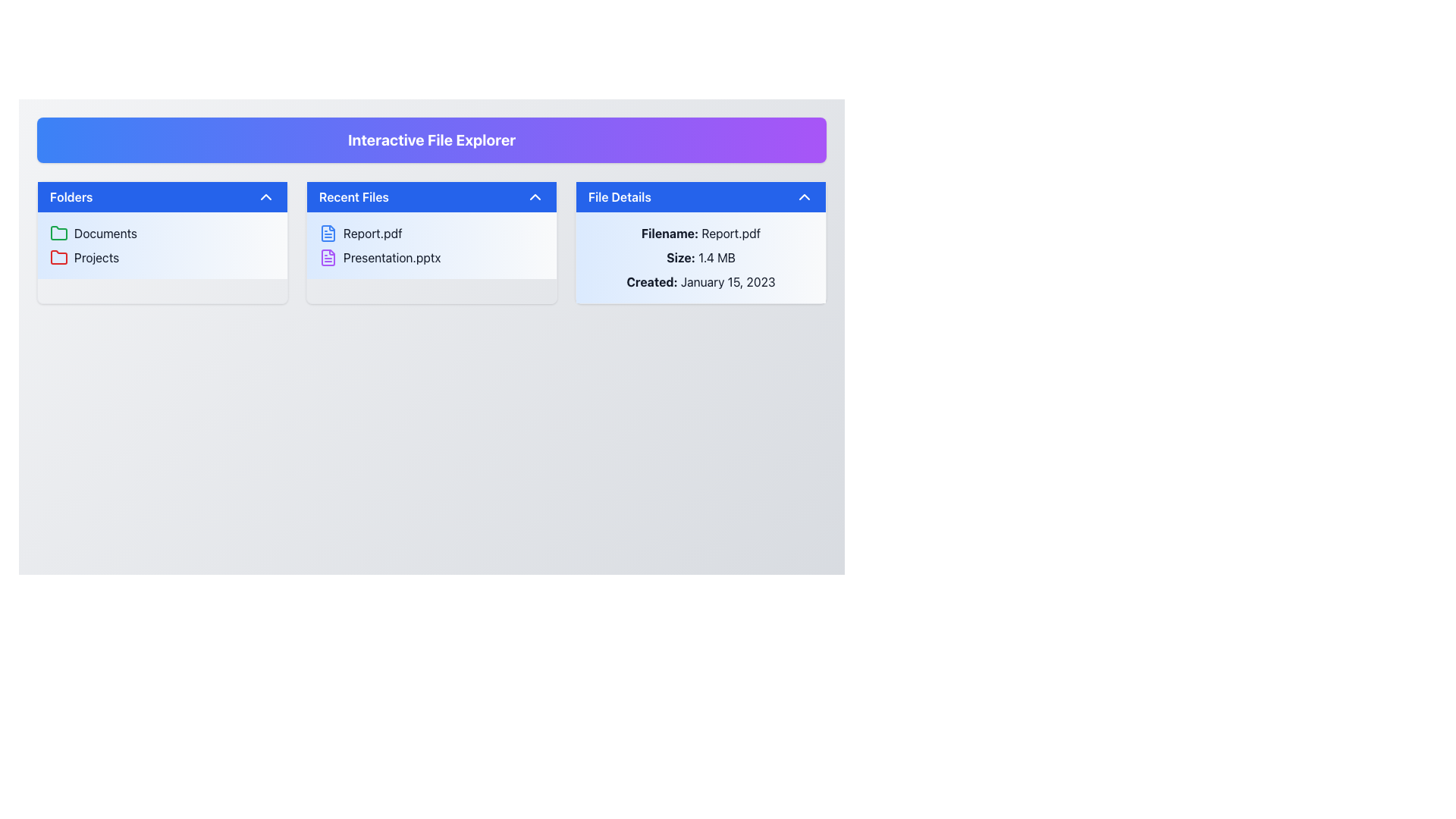 This screenshot has height=819, width=1456. I want to click on the chevron icon located to the right of the 'Recent Files' title, so click(535, 196).